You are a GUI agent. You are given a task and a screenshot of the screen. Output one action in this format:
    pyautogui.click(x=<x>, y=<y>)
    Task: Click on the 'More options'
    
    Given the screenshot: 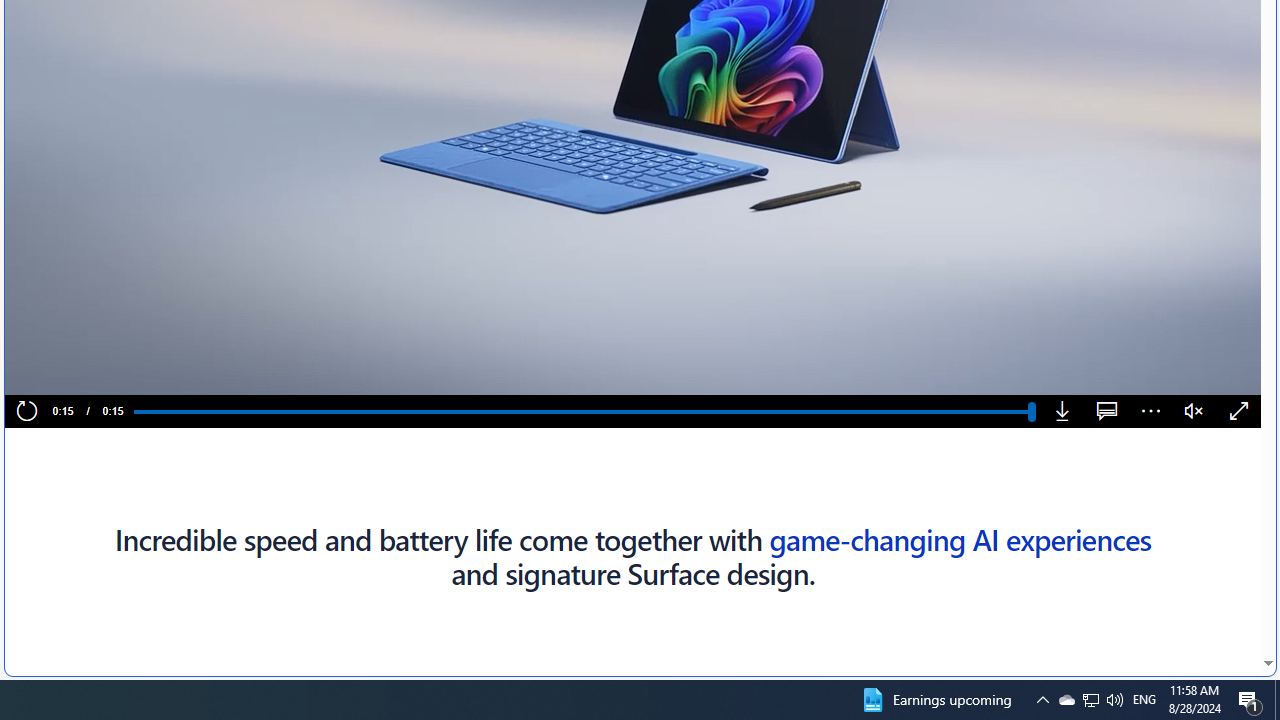 What is the action you would take?
    pyautogui.click(x=1150, y=411)
    